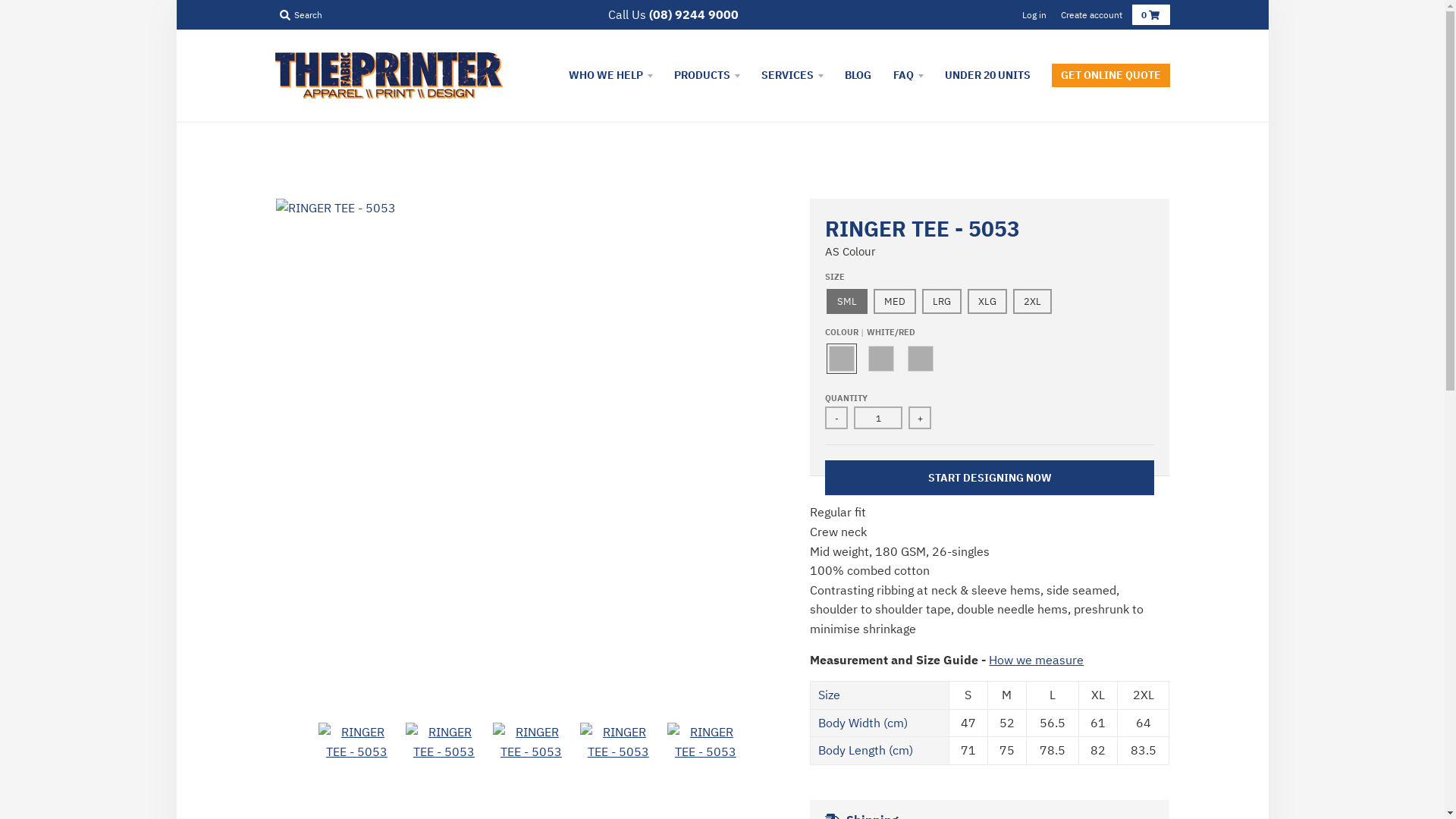 The width and height of the screenshot is (1456, 819). What do you see at coordinates (987, 75) in the screenshot?
I see `'UNDER 20 UNITS'` at bounding box center [987, 75].